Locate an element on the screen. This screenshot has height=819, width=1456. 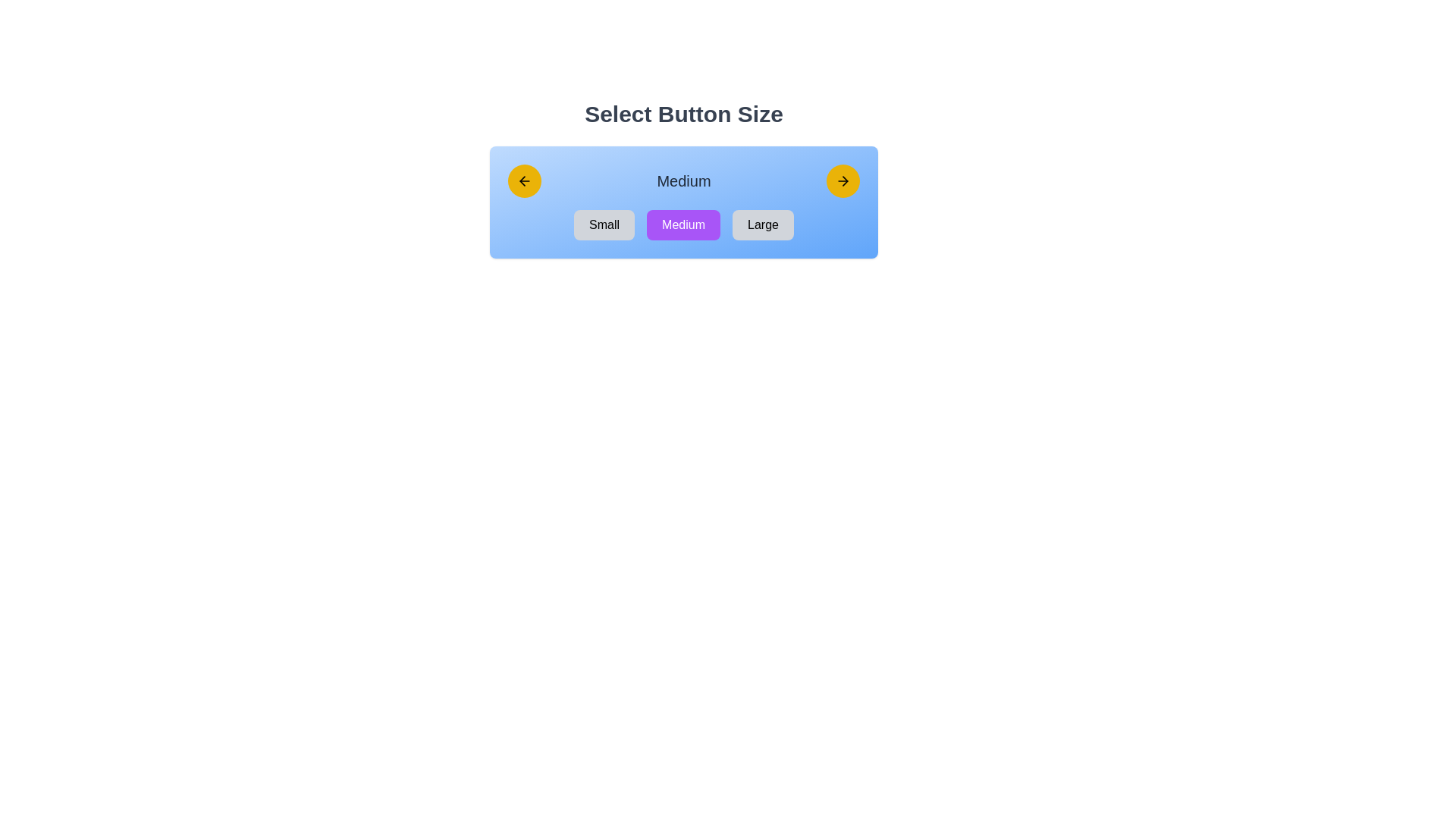
the Static text display element that shows the current selection or state, 'Medium', located in the center of a blue rounded rectangle is located at coordinates (683, 180).